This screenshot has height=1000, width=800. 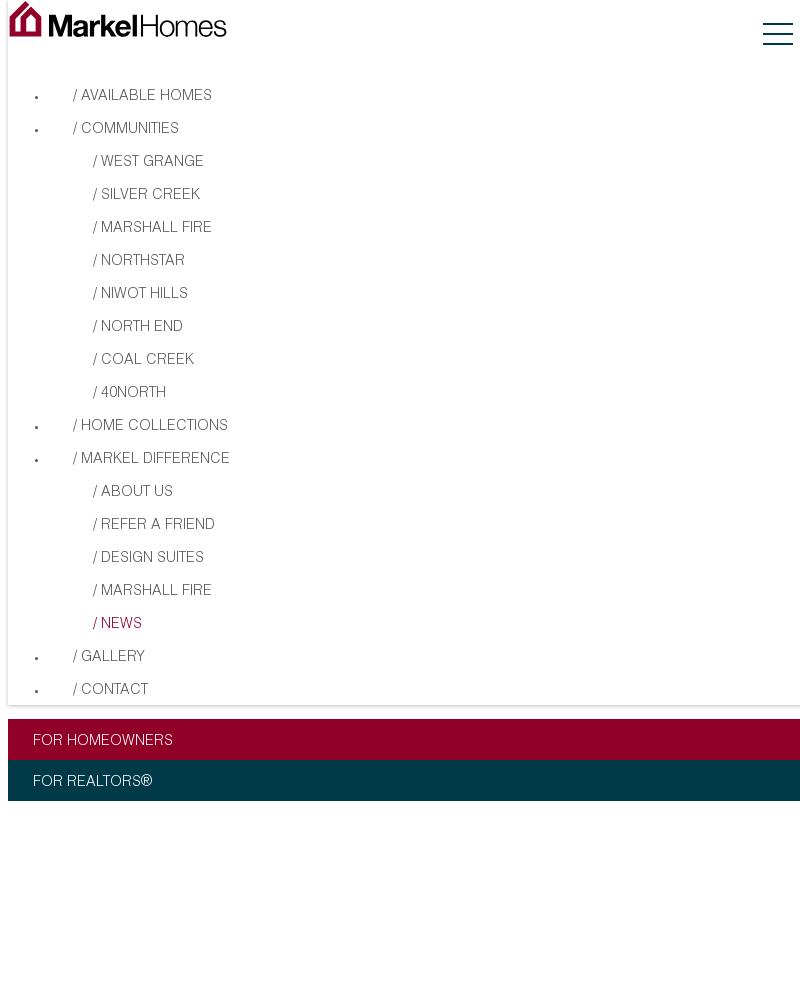 What do you see at coordinates (152, 558) in the screenshot?
I see `'Design Suites'` at bounding box center [152, 558].